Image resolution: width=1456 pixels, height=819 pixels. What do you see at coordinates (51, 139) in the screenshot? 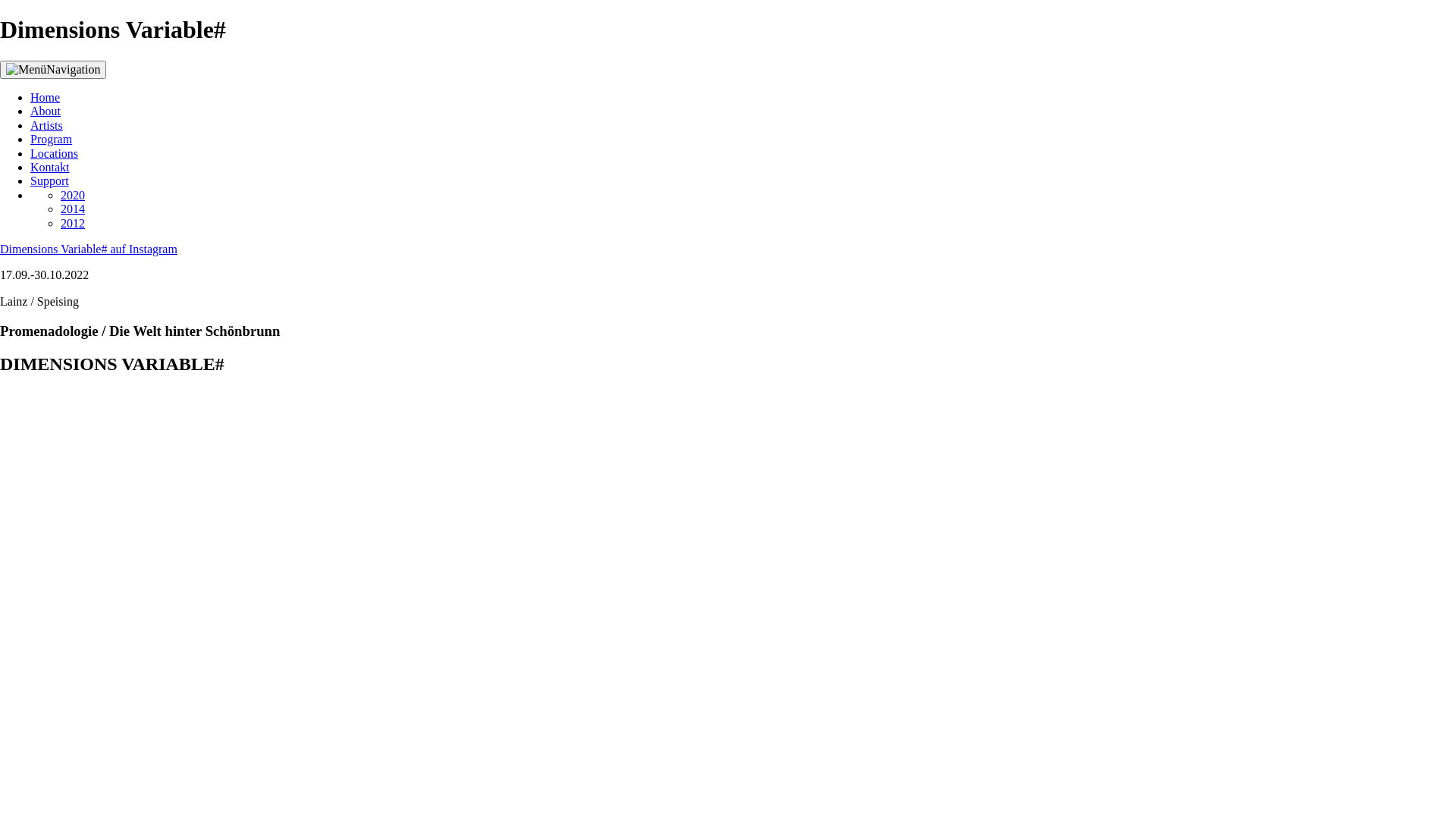
I see `'Program'` at bounding box center [51, 139].